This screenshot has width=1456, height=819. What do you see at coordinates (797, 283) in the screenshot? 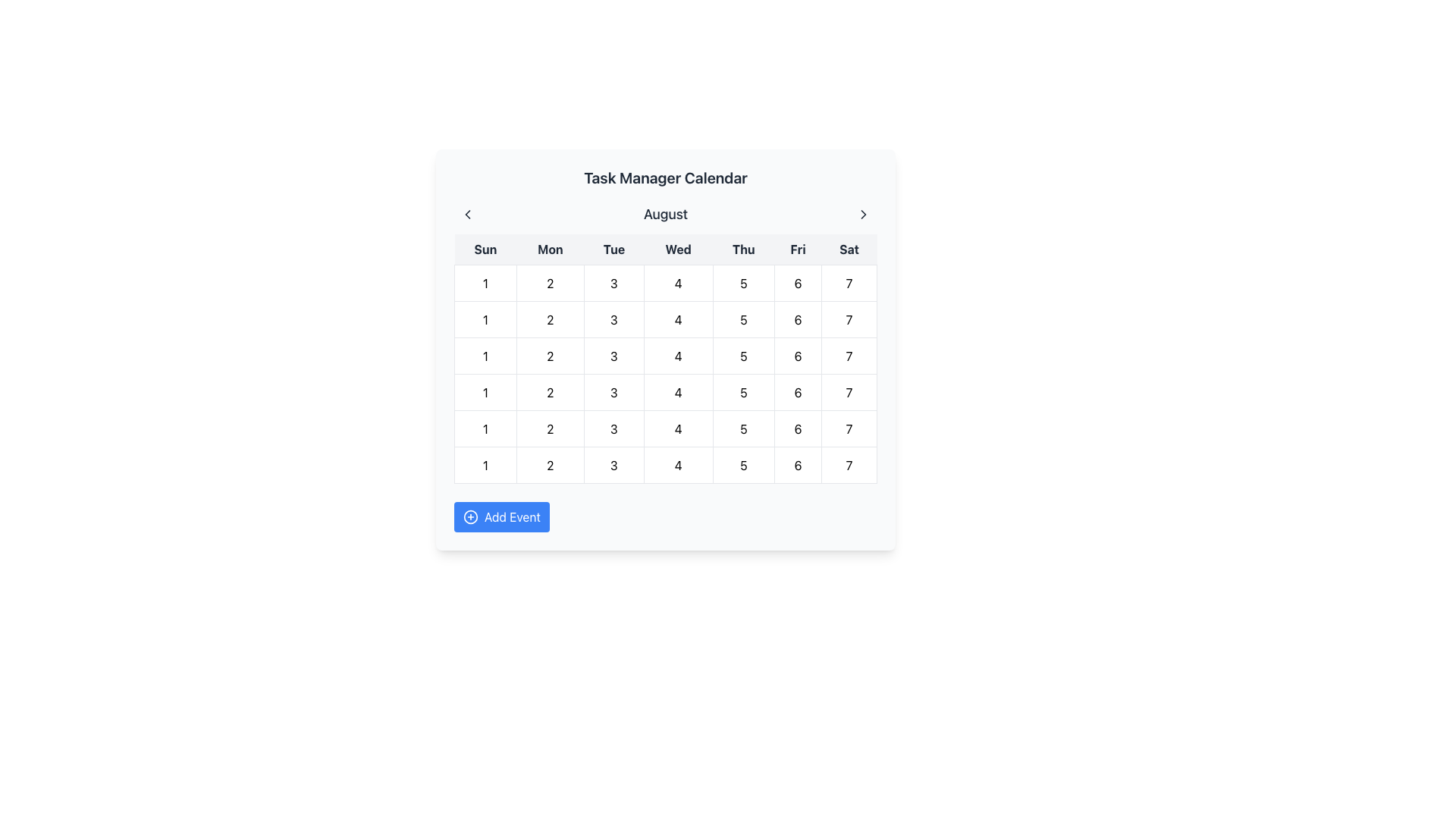
I see `the calendar grid cell representing the day in the fifth column of the first row` at bounding box center [797, 283].